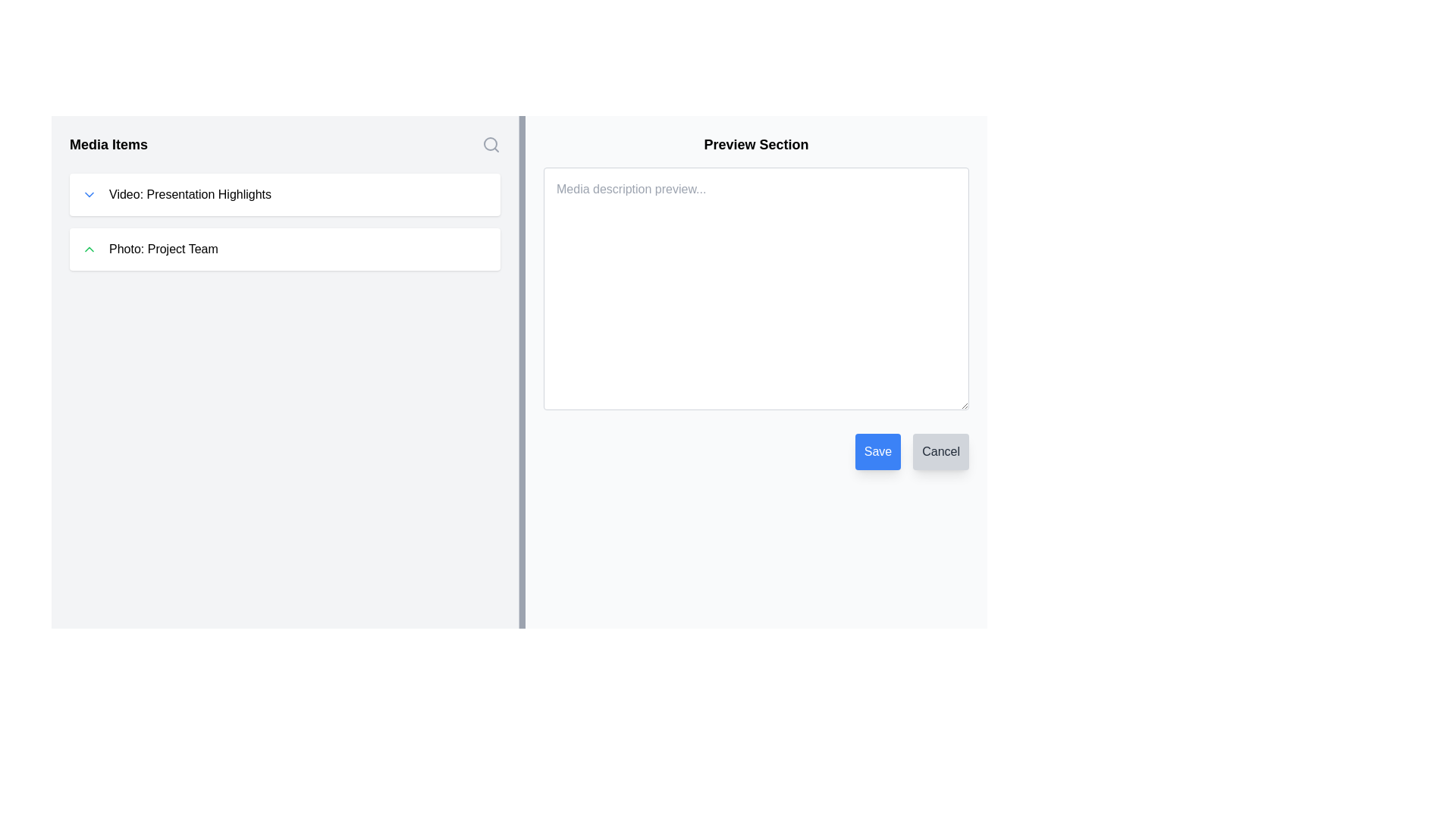 Image resolution: width=1456 pixels, height=819 pixels. I want to click on the chevron-up icon that indicates an expandable or collapsible feature within the 'Photo: Project Team' section, so click(89, 248).